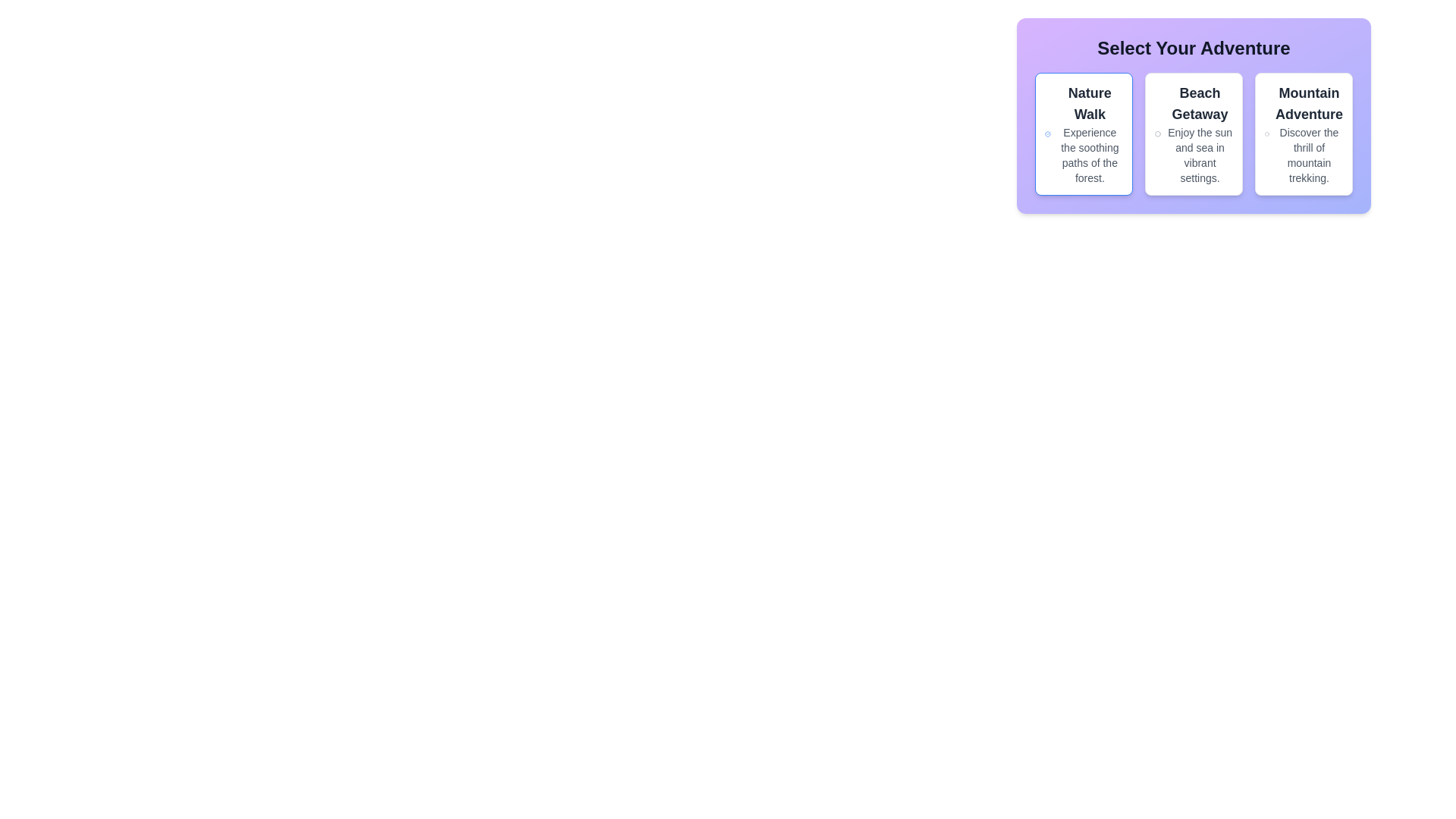 This screenshot has width=1456, height=819. I want to click on the 'Beach Getaway' card, which is the middle card in a row of three, so click(1193, 133).